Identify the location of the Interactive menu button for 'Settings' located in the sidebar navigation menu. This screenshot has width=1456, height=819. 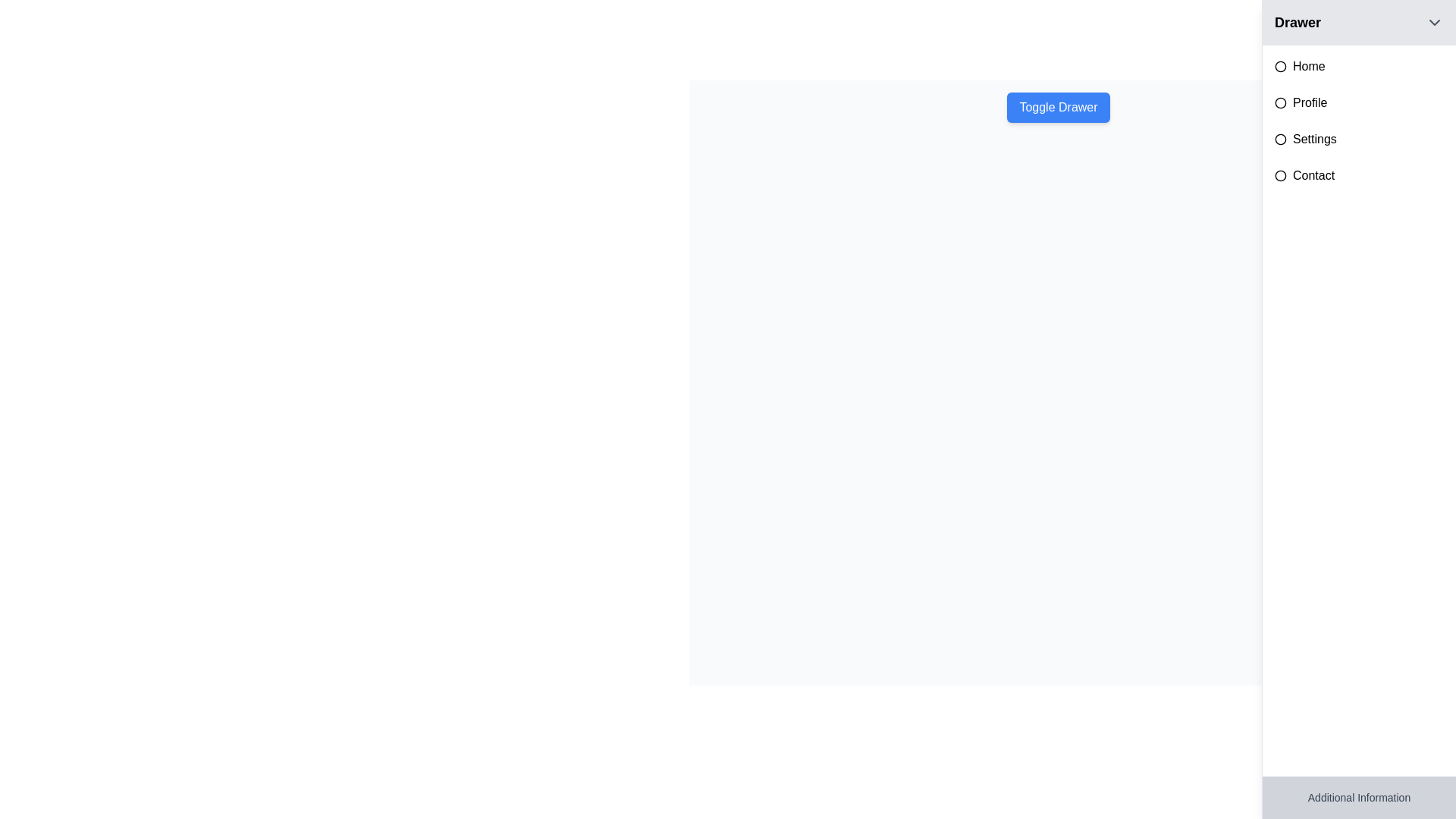
(1359, 140).